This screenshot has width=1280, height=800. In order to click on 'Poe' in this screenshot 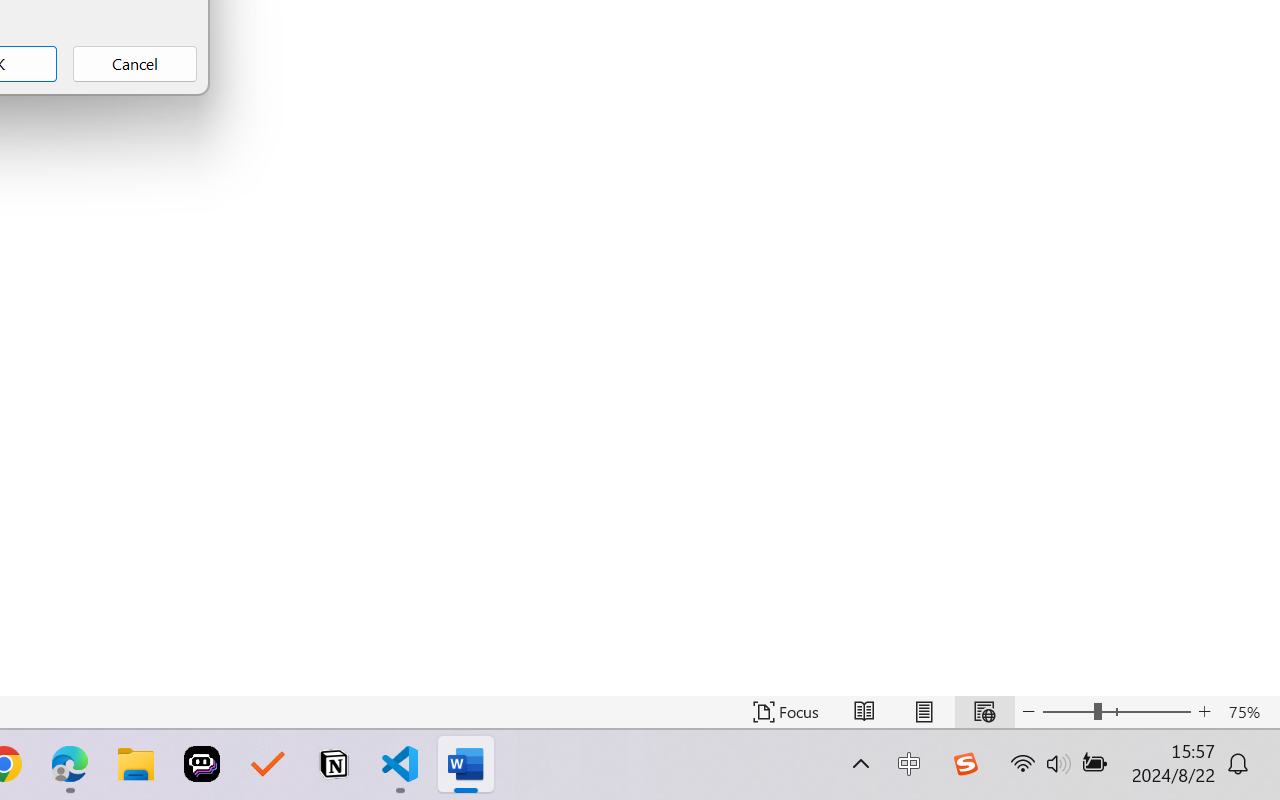, I will do `click(202, 764)`.